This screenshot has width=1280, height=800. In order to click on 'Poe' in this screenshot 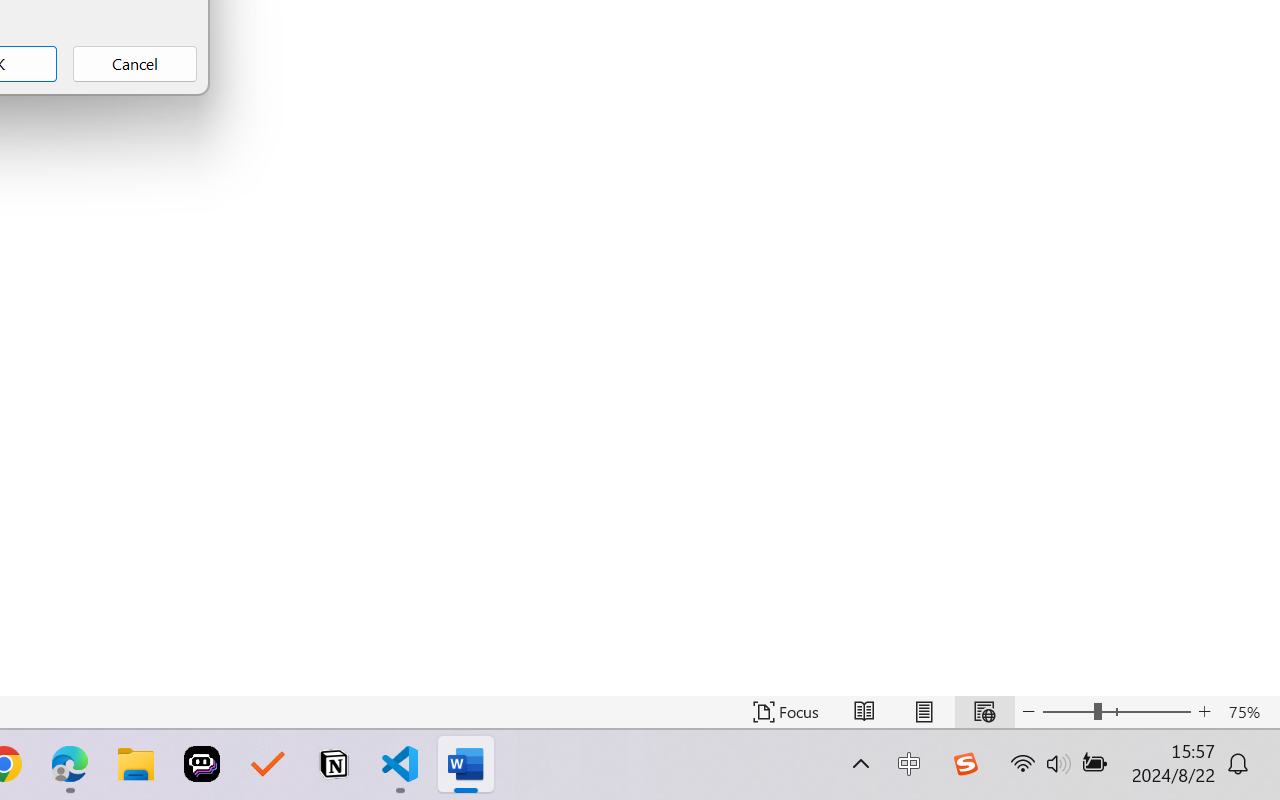, I will do `click(202, 764)`.